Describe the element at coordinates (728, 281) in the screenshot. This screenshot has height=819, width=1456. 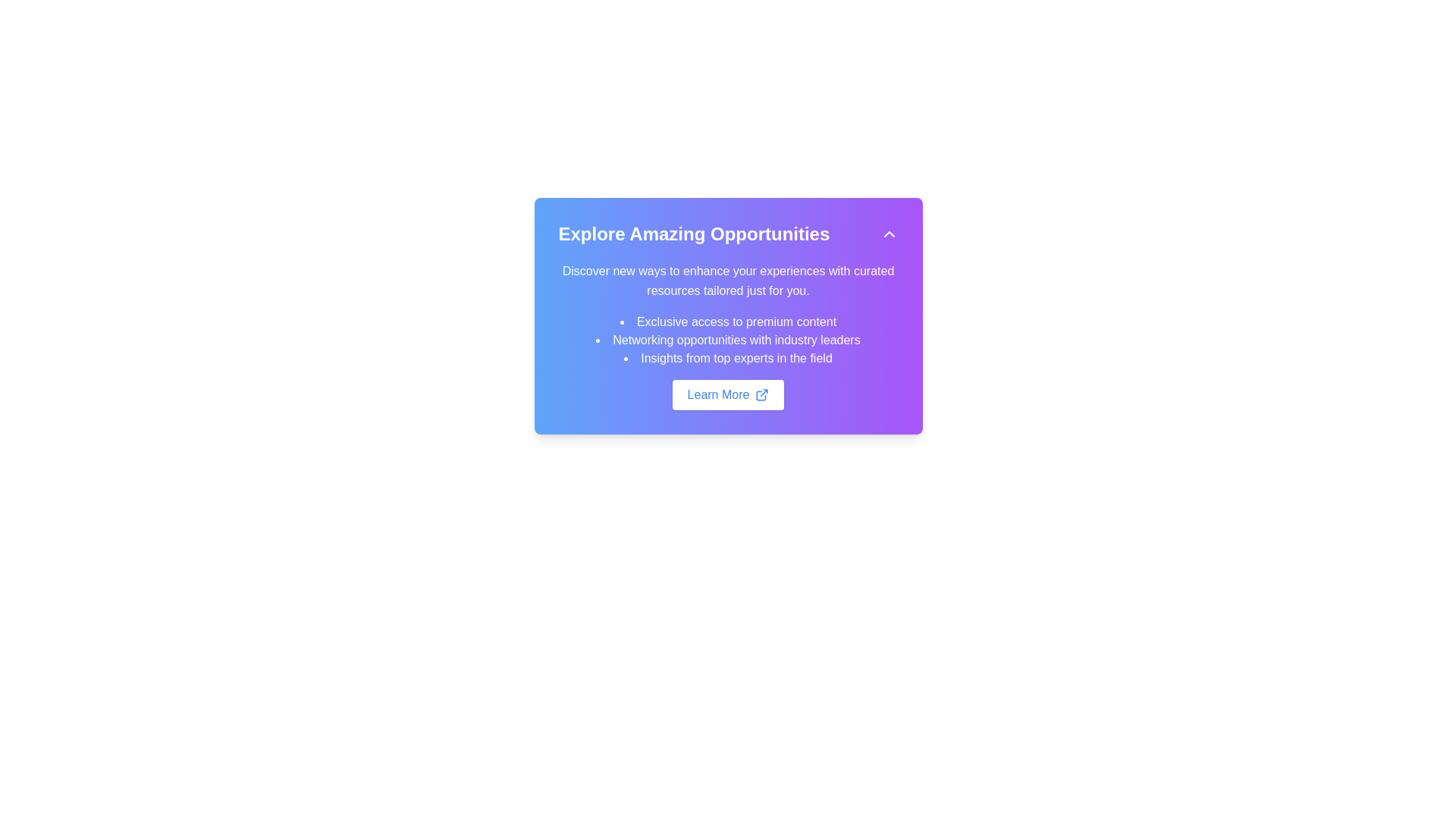
I see `the introductory text element that provides context directly below the heading 'Explore Amazing Opportunities'` at that location.